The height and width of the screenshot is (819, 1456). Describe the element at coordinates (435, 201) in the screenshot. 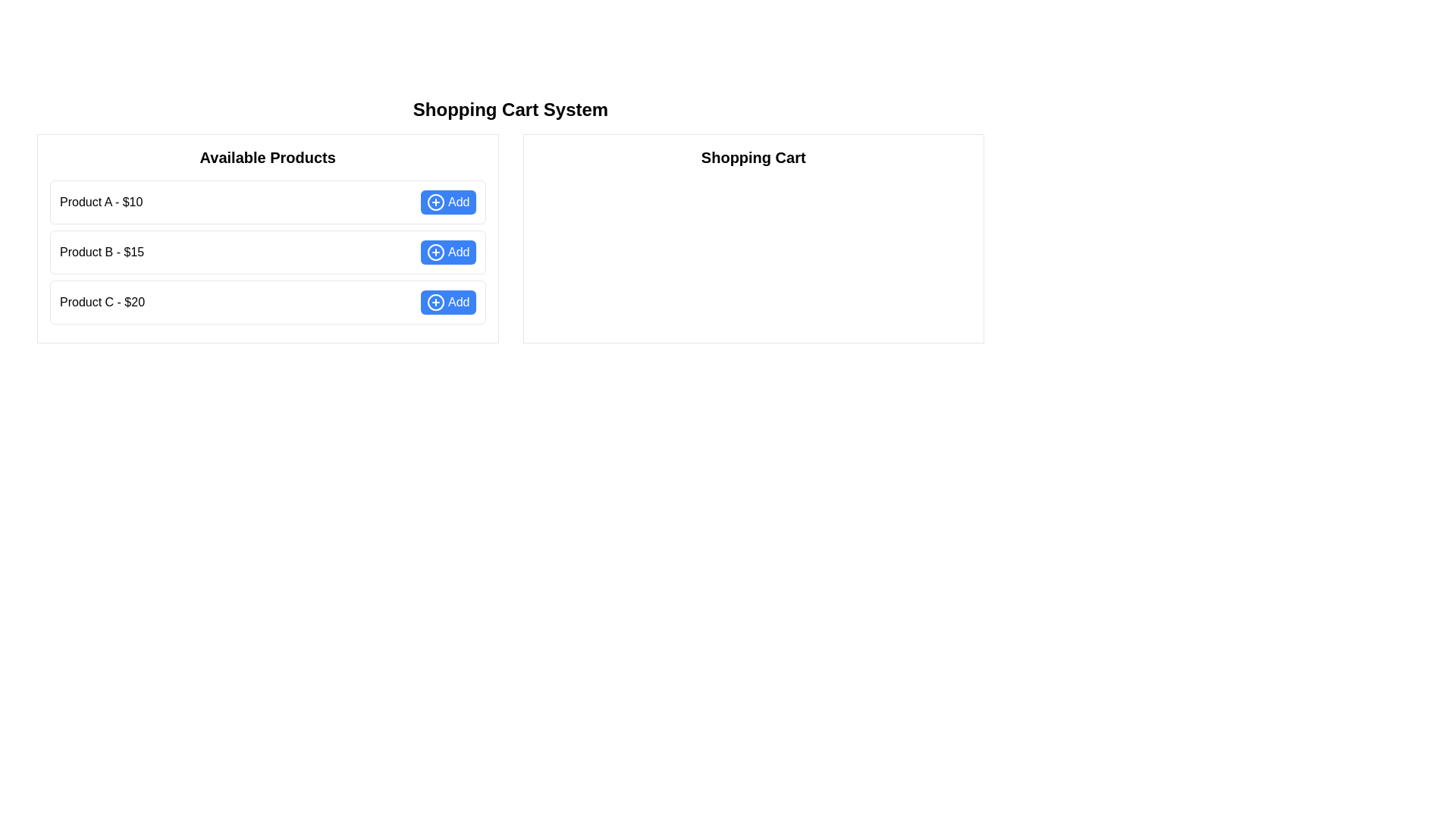

I see `the state of the addition icon located at the left end of the 'Add' button for 'Product A' in the 'Available Products' list` at that location.